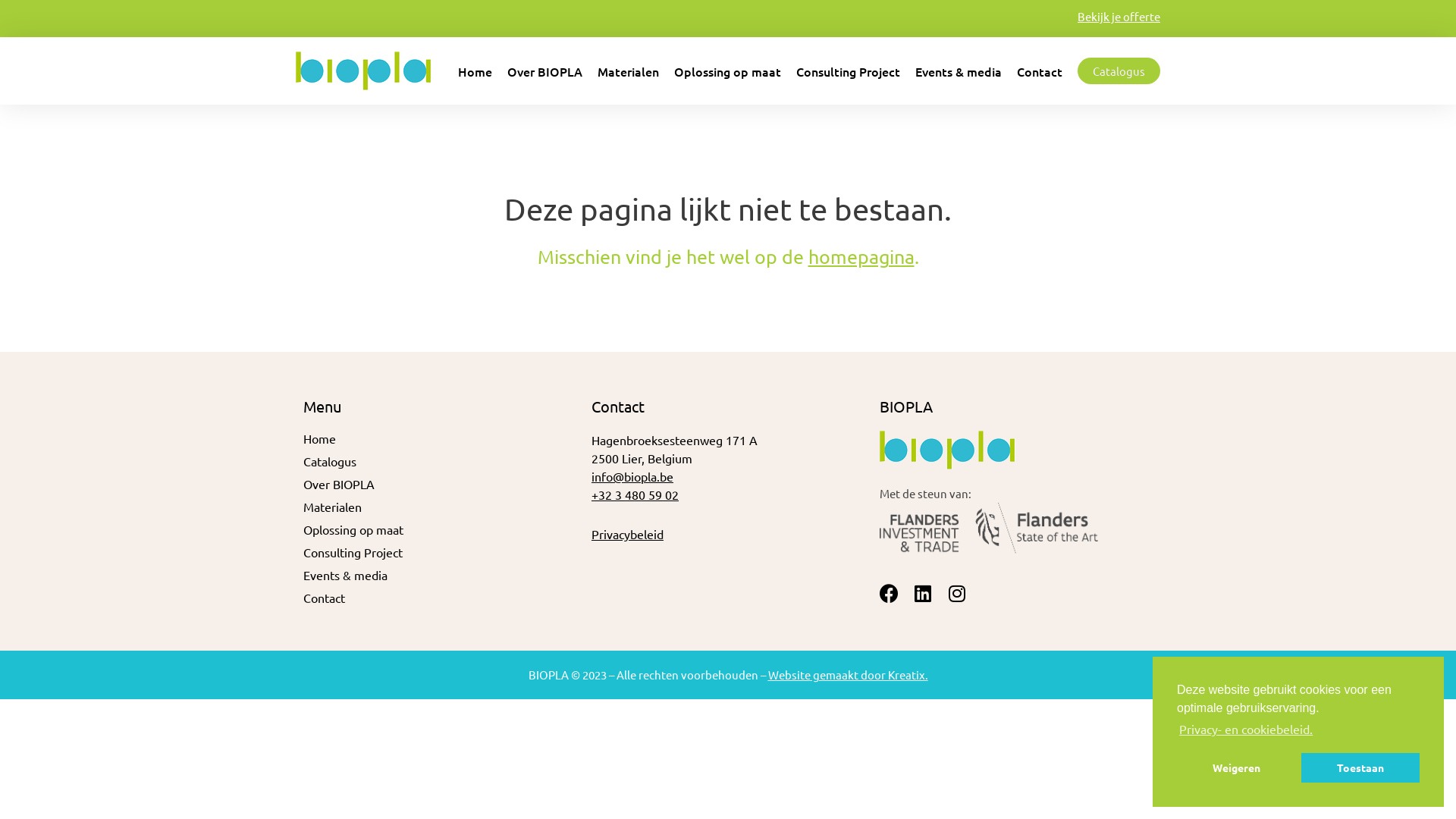  I want to click on 'Privacybeleid', so click(627, 533).